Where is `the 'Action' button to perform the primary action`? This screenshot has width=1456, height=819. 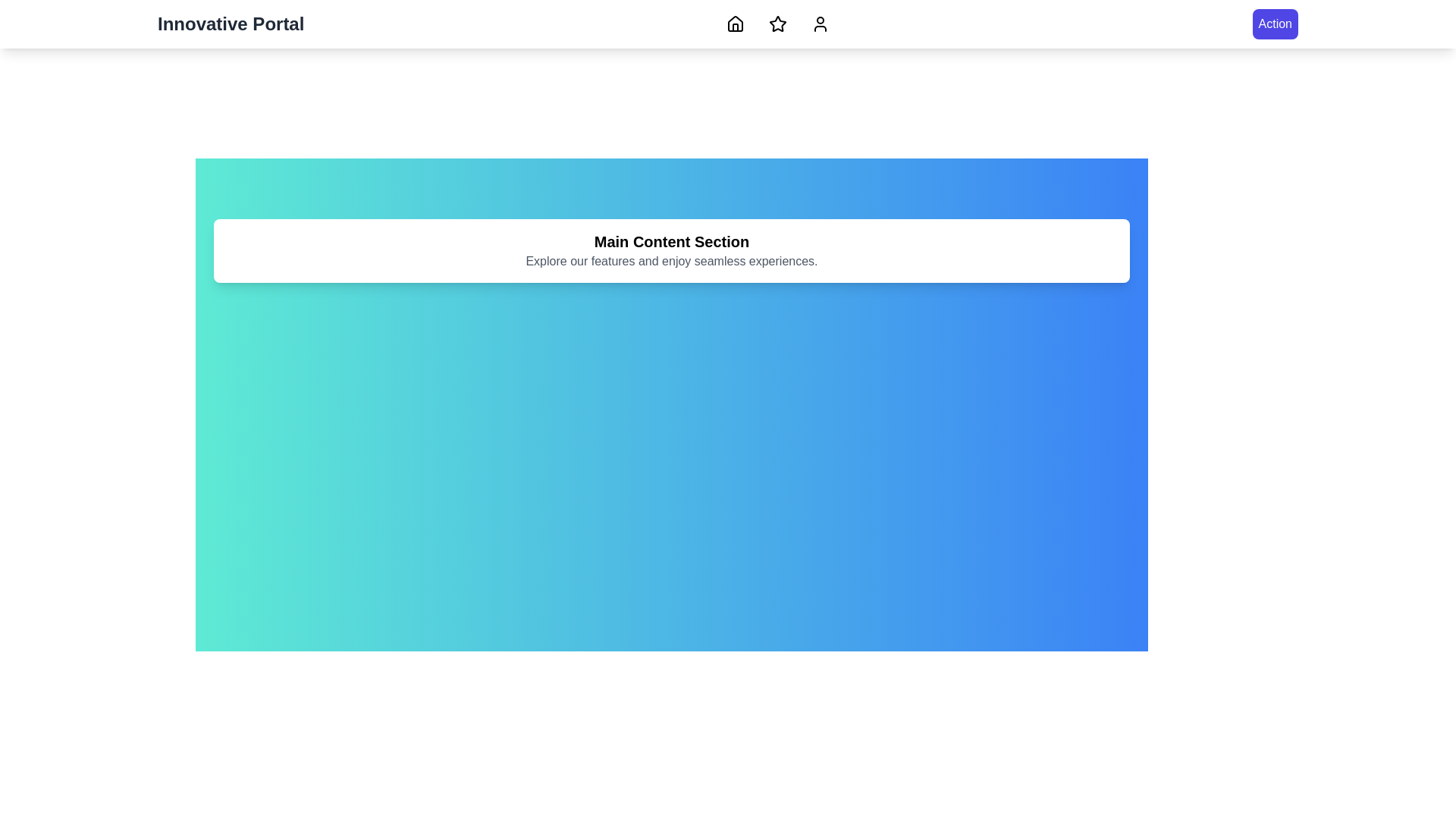
the 'Action' button to perform the primary action is located at coordinates (1274, 24).